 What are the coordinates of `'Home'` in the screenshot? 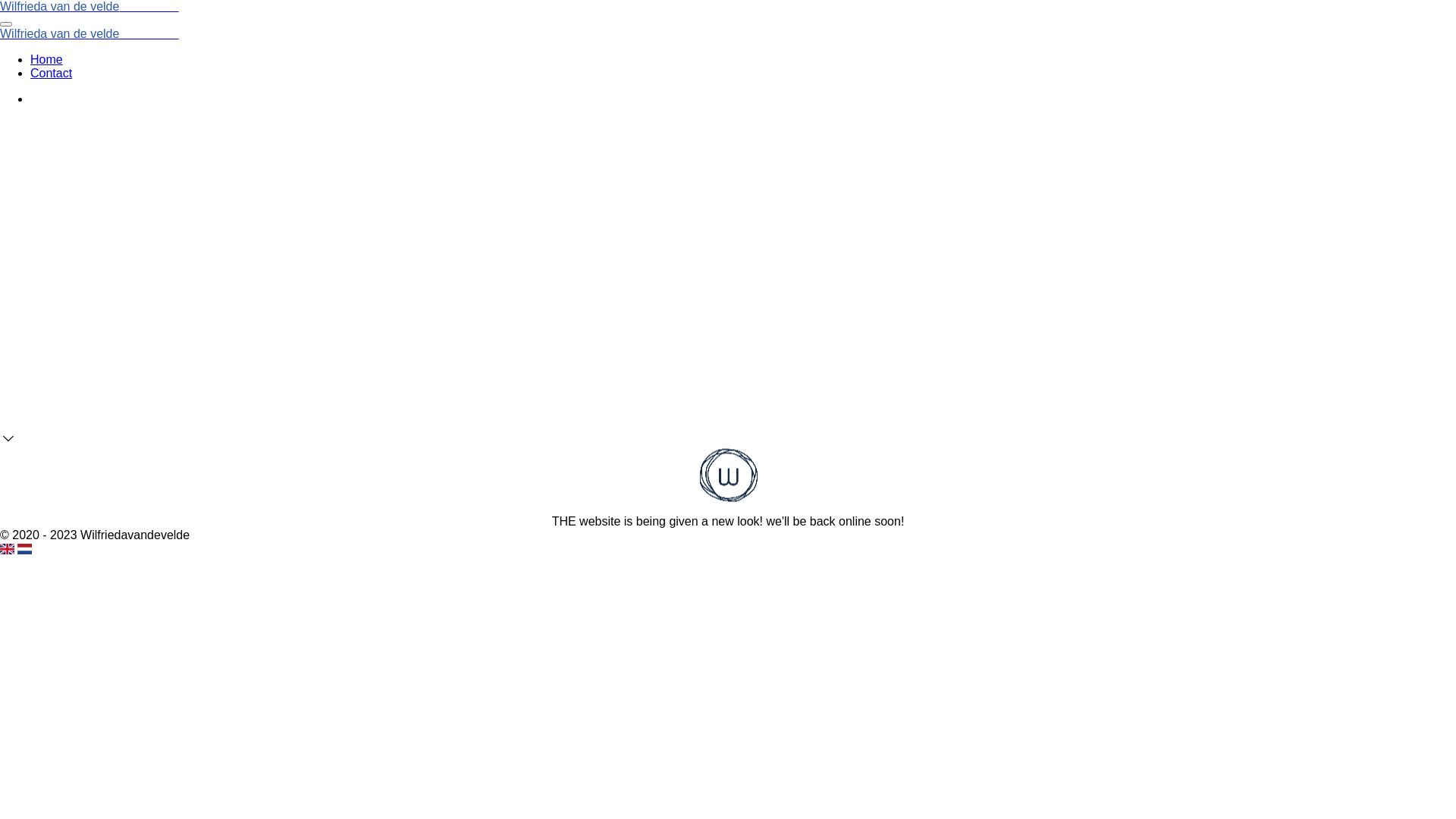 It's located at (46, 58).